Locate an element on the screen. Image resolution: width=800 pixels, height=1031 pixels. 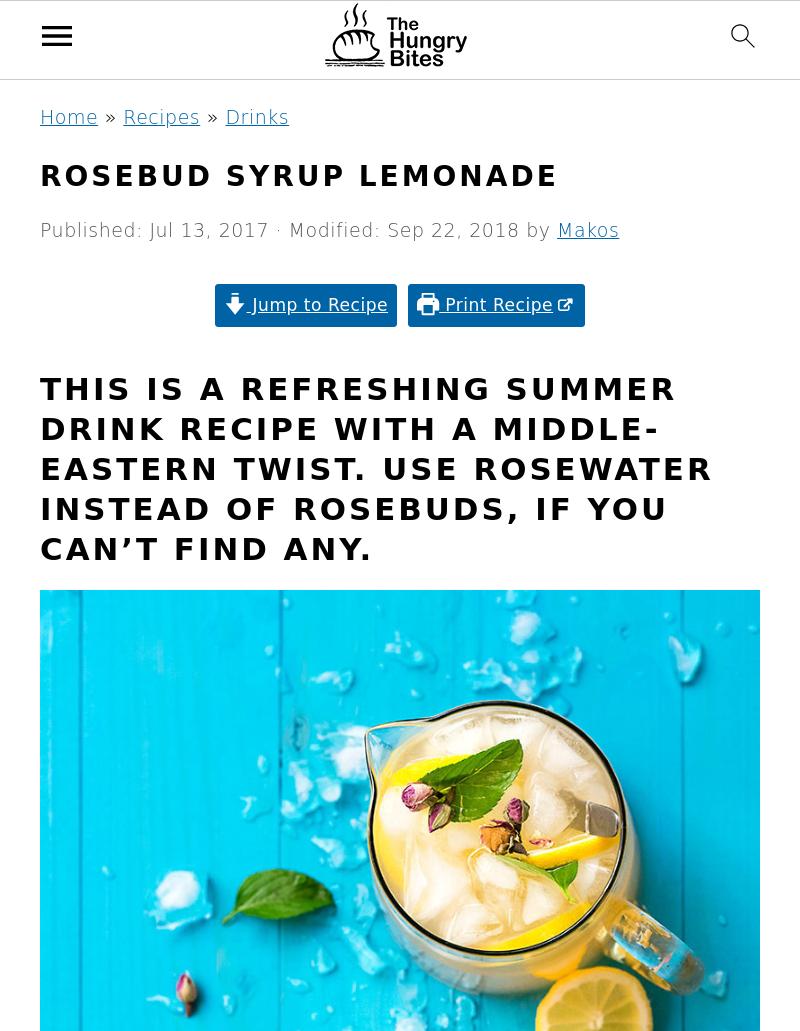
'Print Recipe' is located at coordinates (437, 304).